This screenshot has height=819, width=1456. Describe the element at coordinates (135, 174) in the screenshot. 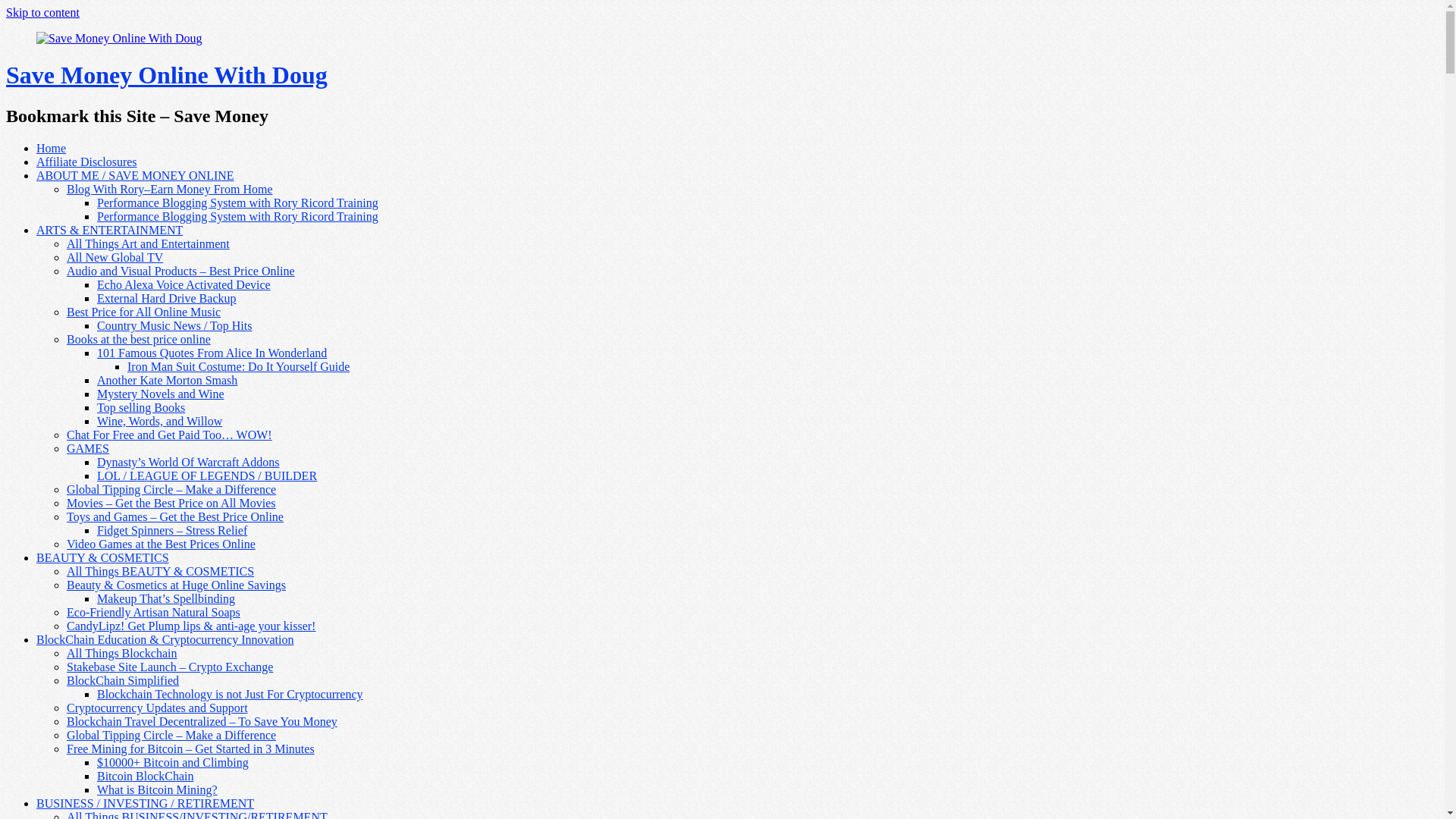

I see `'ABOUT ME / SAVE MONEY ONLINE'` at that location.